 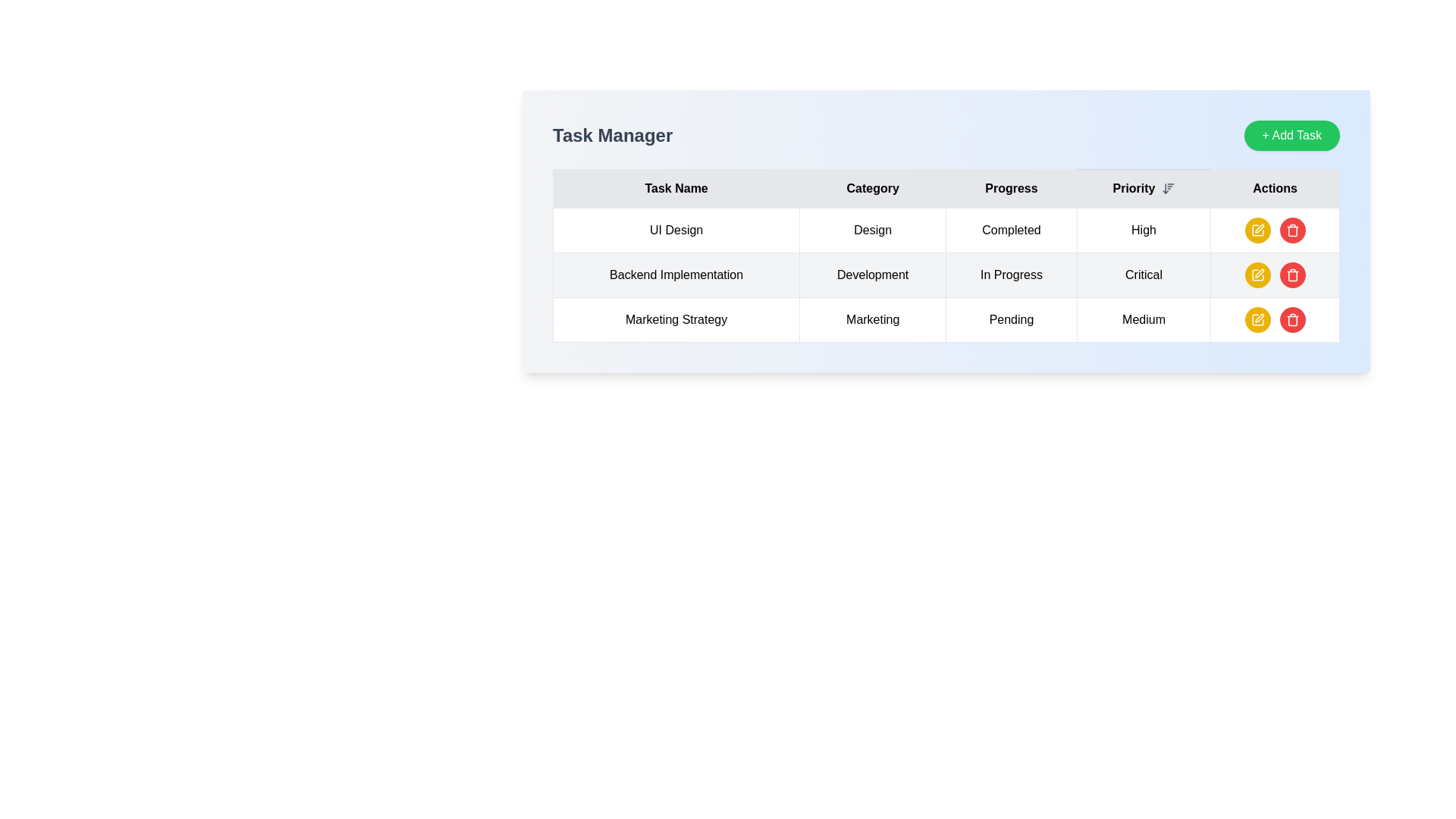 What do you see at coordinates (676, 231) in the screenshot?
I see `the 'UI Design' text label located in the first row under the 'Task Name' column of the task management table` at bounding box center [676, 231].